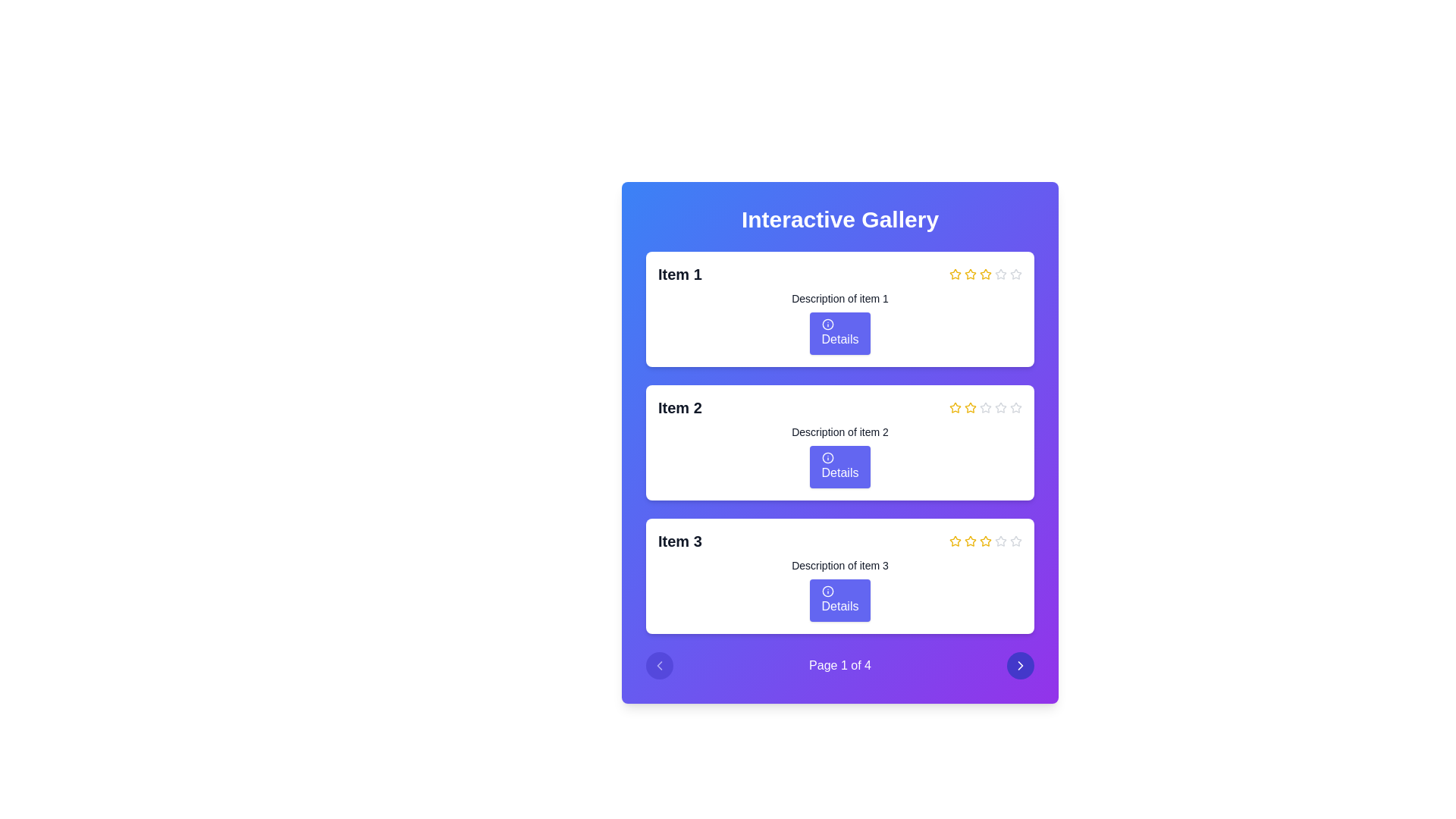 This screenshot has height=819, width=1456. I want to click on text content of the status bar label displaying 'Page 1 of 4', which is centered at the bottom of the 'Interactive Gallery' card component between two circular navigation buttons, so click(839, 665).